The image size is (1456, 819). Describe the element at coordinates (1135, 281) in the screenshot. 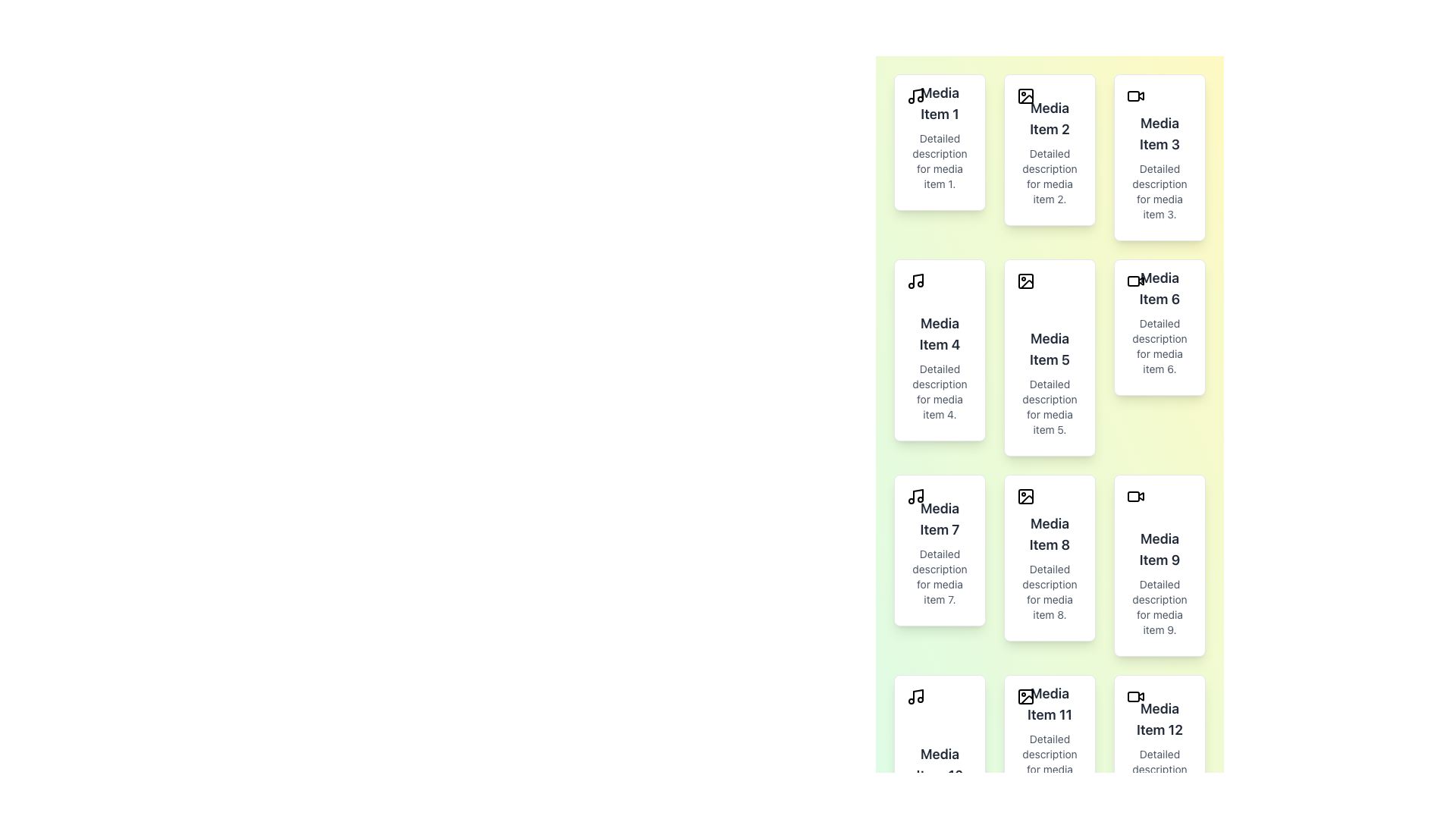

I see `the video-related content indicator icon located at the top-left corner of the 'Media Item 6' card in the grid layout` at that location.